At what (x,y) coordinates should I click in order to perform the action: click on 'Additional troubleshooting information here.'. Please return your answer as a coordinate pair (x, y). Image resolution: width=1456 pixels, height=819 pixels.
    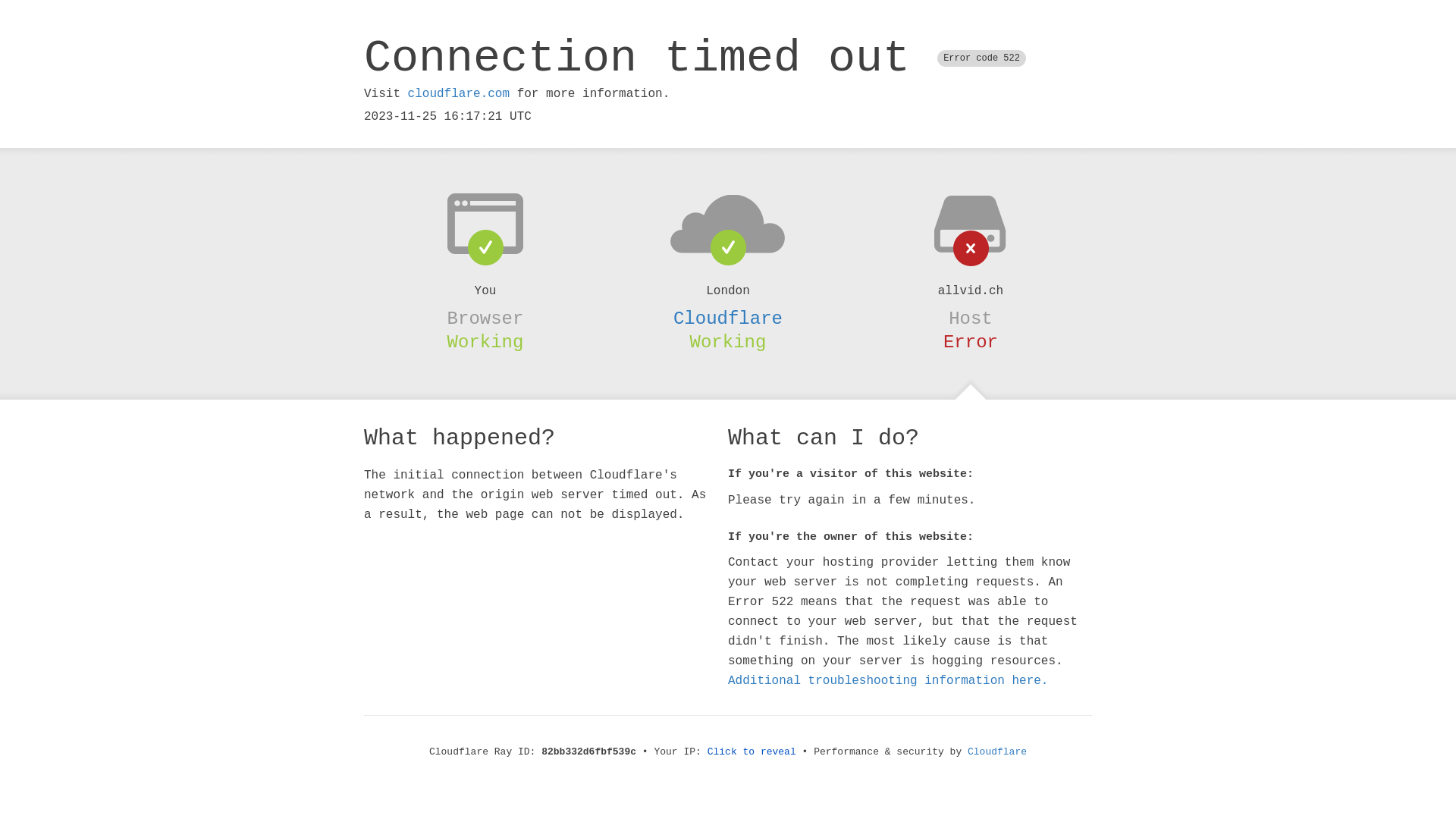
    Looking at the image, I should click on (888, 680).